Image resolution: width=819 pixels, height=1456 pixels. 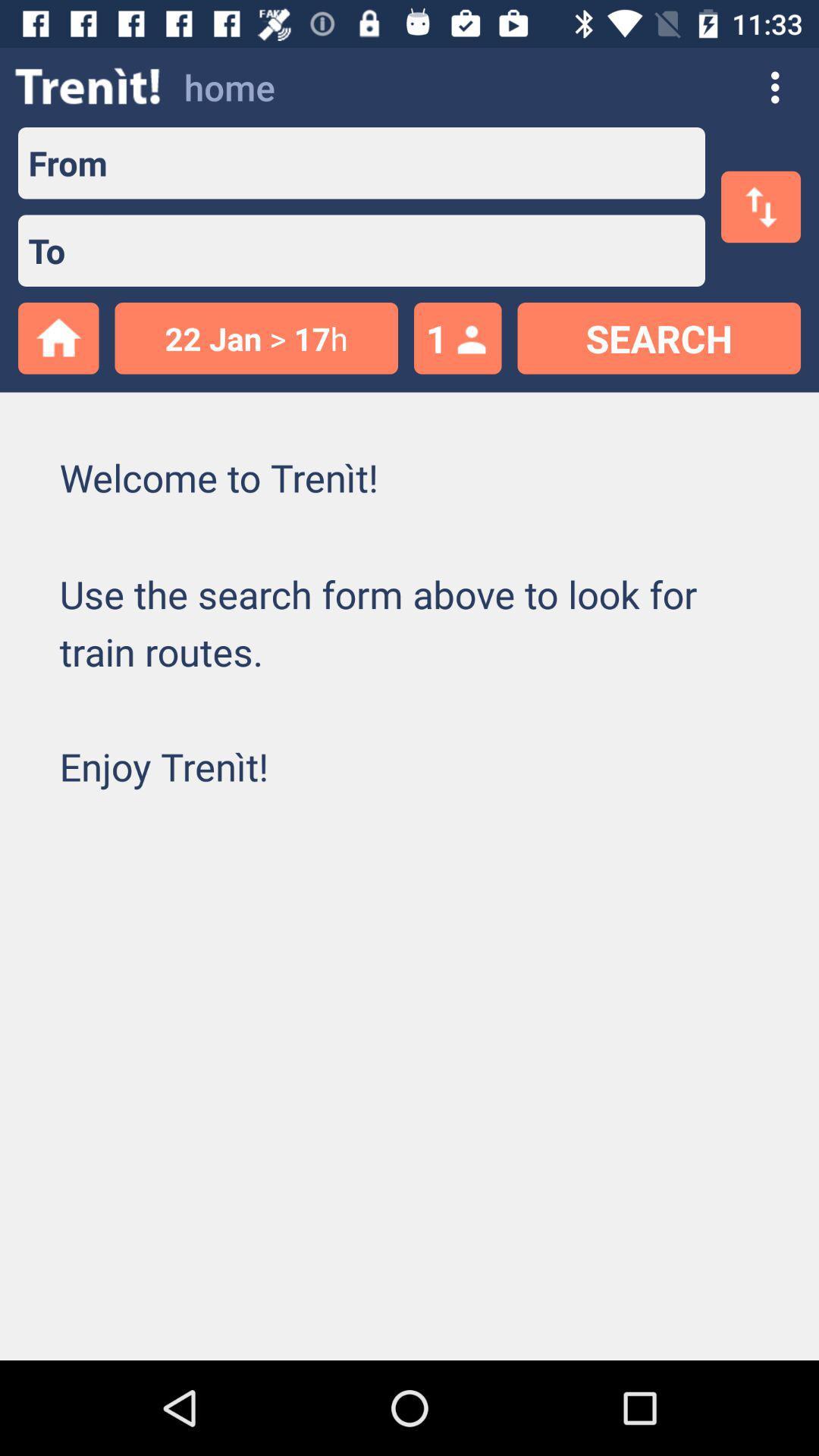 I want to click on item to the left of 1, so click(x=256, y=337).